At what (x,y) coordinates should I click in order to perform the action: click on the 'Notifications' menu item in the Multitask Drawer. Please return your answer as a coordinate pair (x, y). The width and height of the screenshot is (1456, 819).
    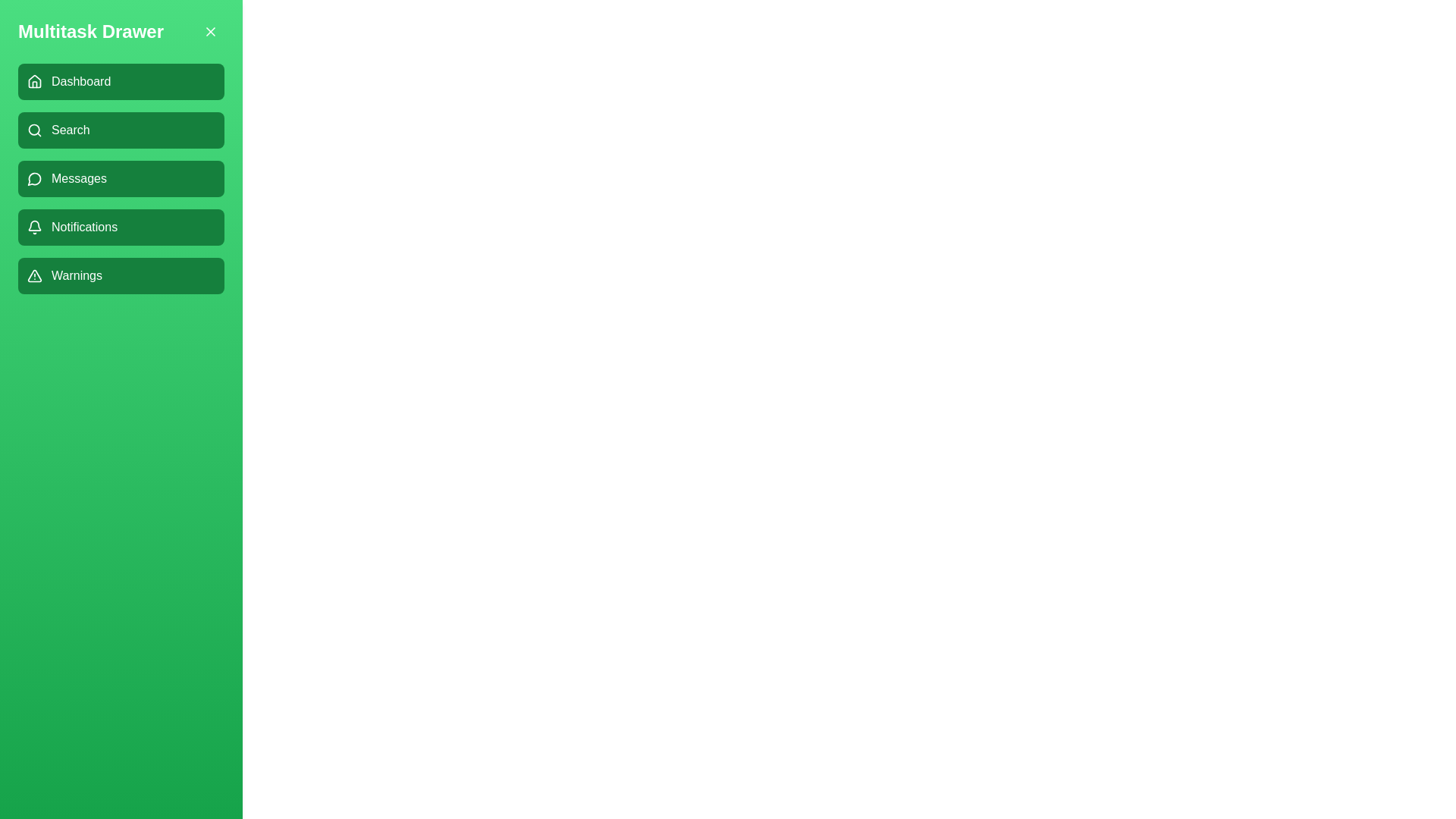
    Looking at the image, I should click on (120, 227).